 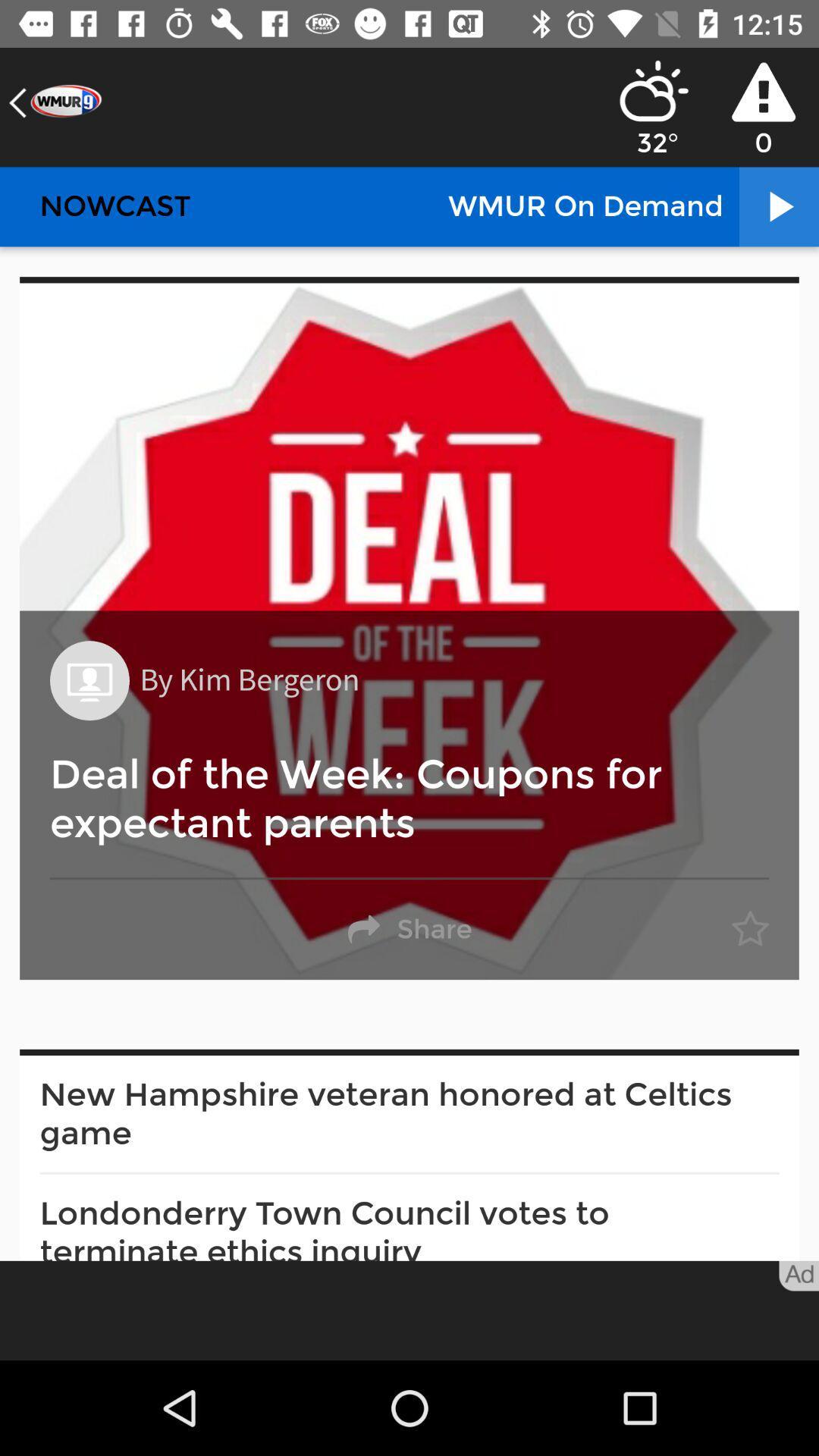 I want to click on the by kim bergeron icon, so click(x=249, y=679).